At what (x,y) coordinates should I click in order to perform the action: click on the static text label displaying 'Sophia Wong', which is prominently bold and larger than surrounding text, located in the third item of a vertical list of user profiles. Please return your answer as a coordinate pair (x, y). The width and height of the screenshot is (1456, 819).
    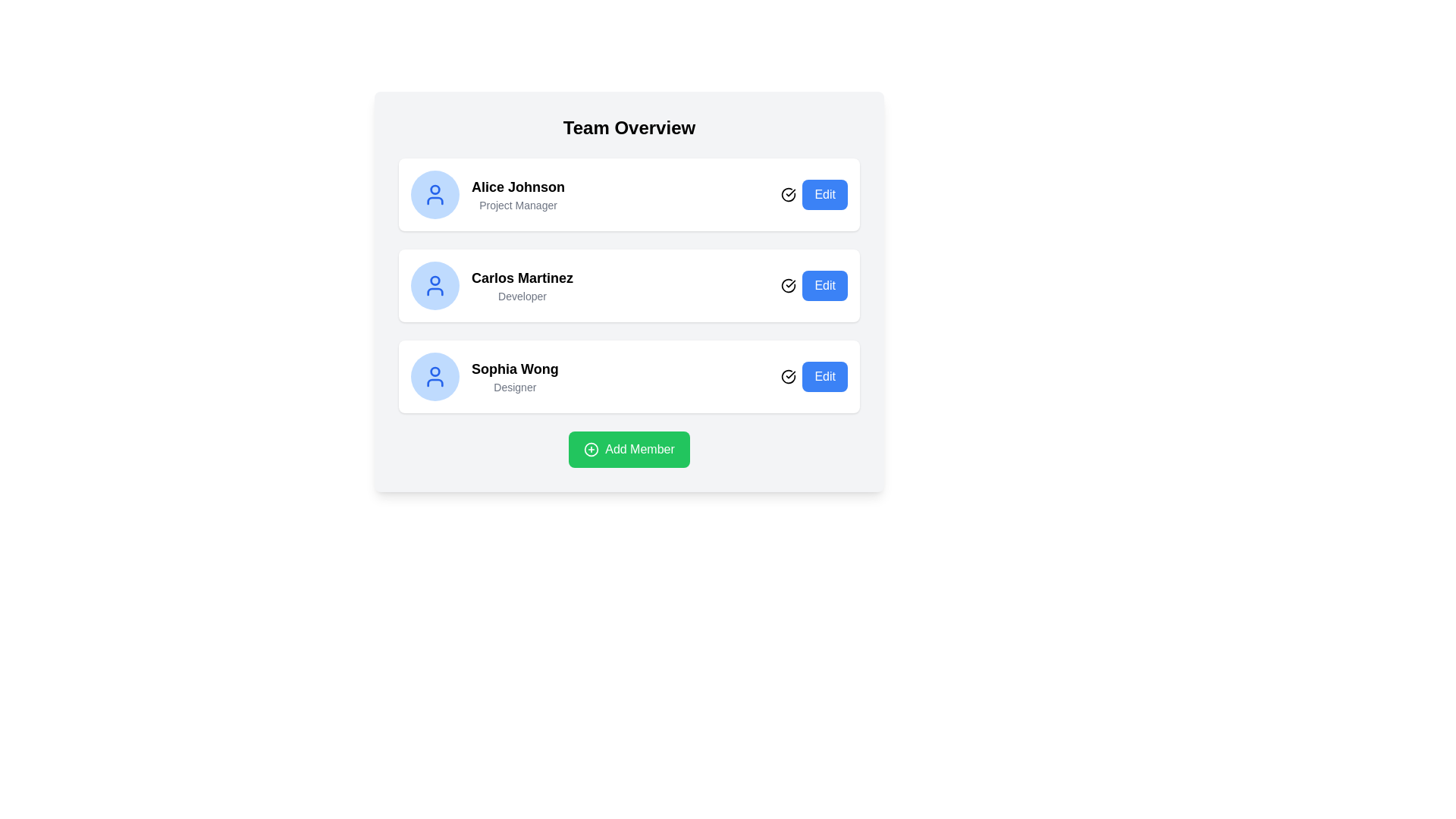
    Looking at the image, I should click on (515, 369).